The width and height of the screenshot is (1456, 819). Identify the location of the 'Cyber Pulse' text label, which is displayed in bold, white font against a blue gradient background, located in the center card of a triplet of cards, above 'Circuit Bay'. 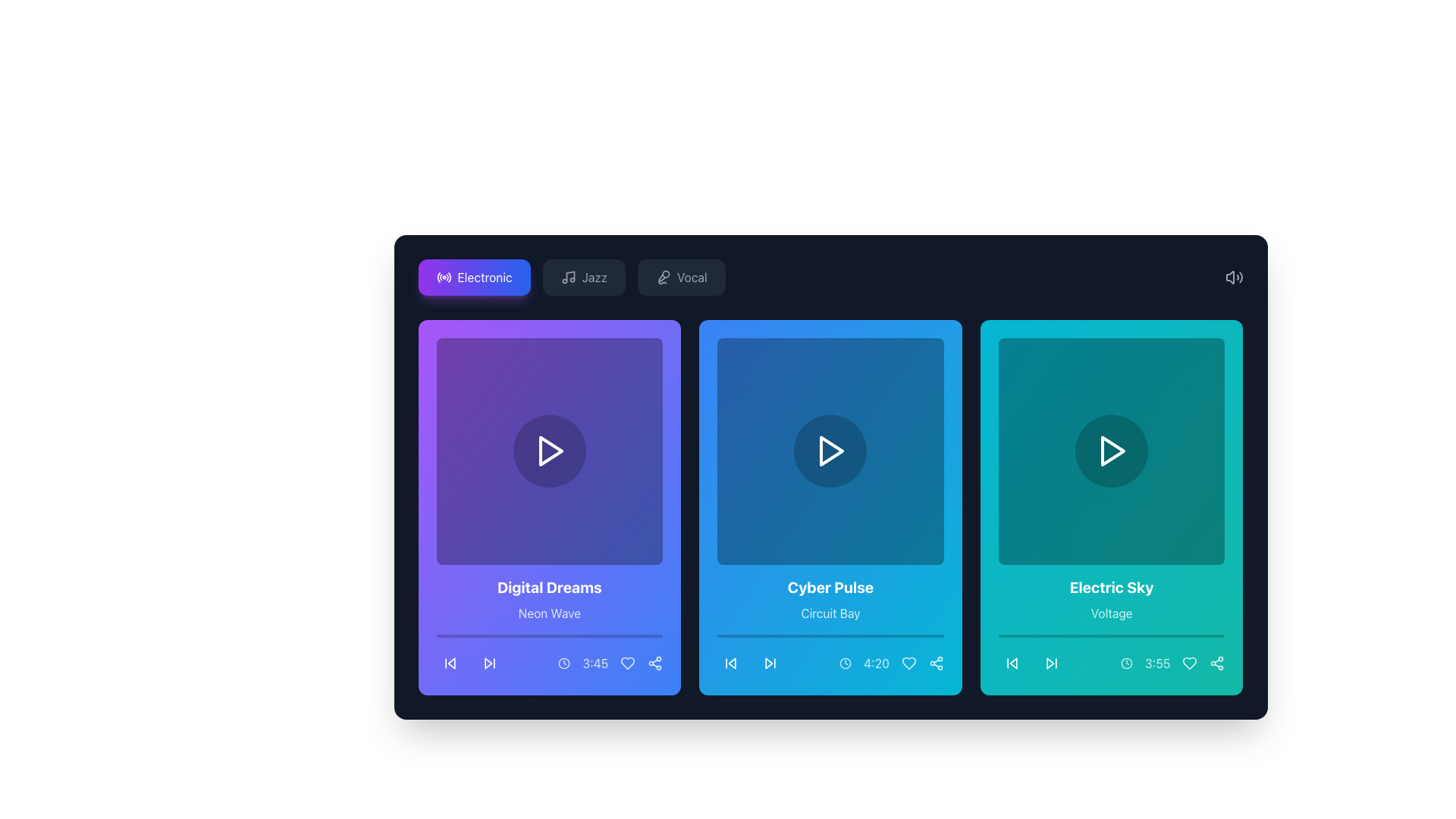
(830, 586).